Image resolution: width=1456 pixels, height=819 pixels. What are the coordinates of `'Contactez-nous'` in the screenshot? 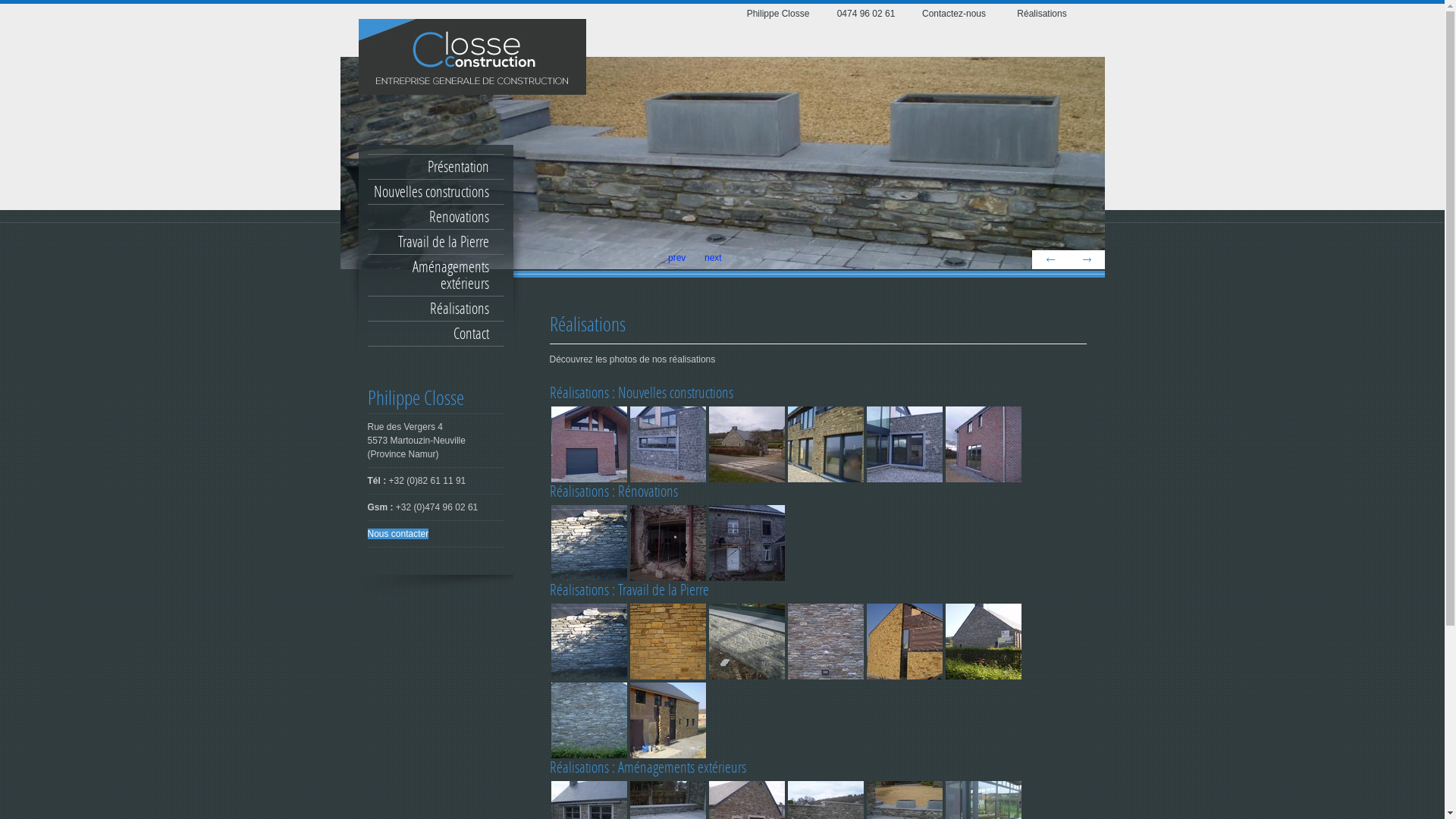 It's located at (952, 14).